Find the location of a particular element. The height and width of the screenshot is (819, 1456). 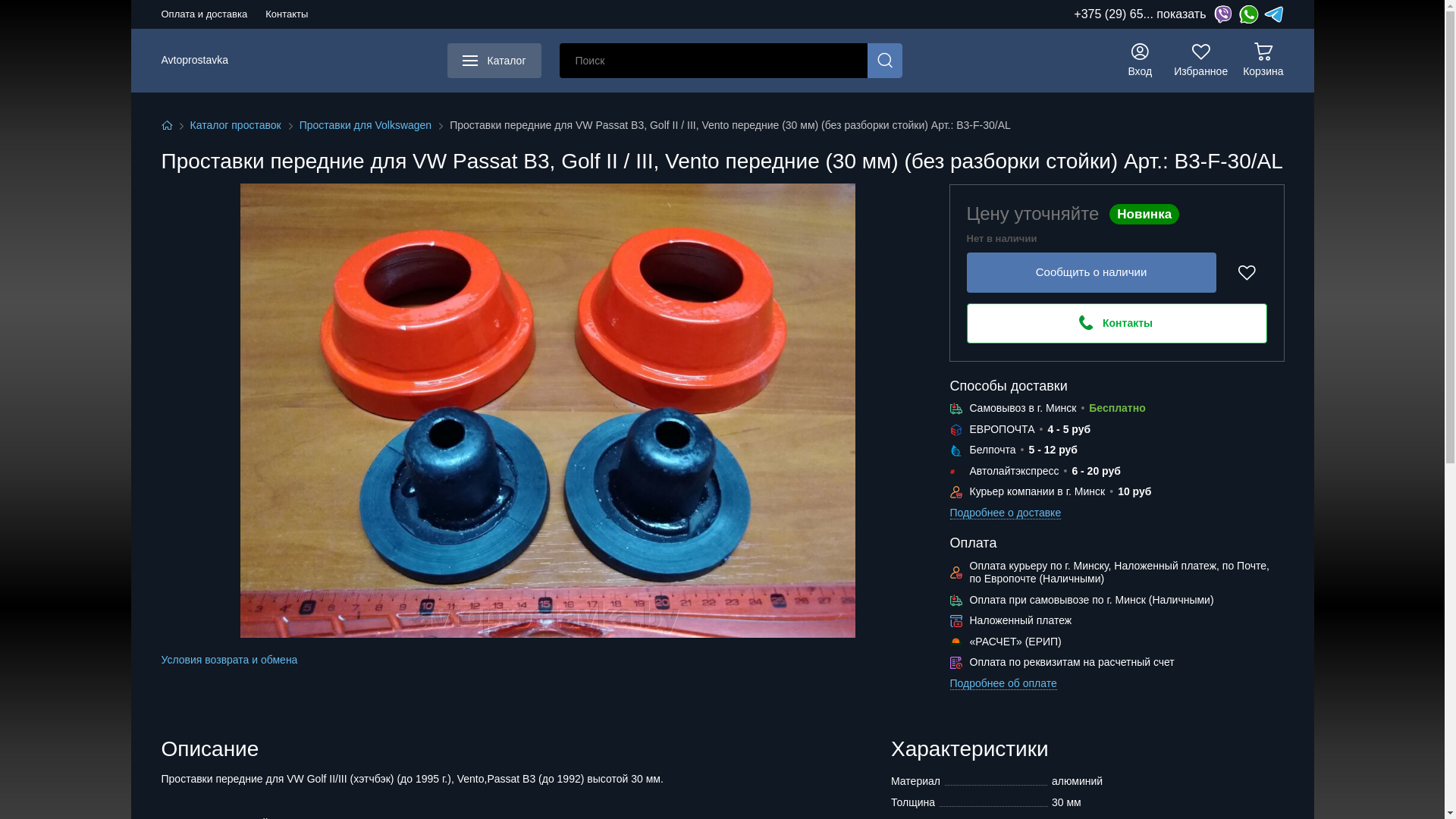

'Avtoprostavka' is located at coordinates (193, 60).